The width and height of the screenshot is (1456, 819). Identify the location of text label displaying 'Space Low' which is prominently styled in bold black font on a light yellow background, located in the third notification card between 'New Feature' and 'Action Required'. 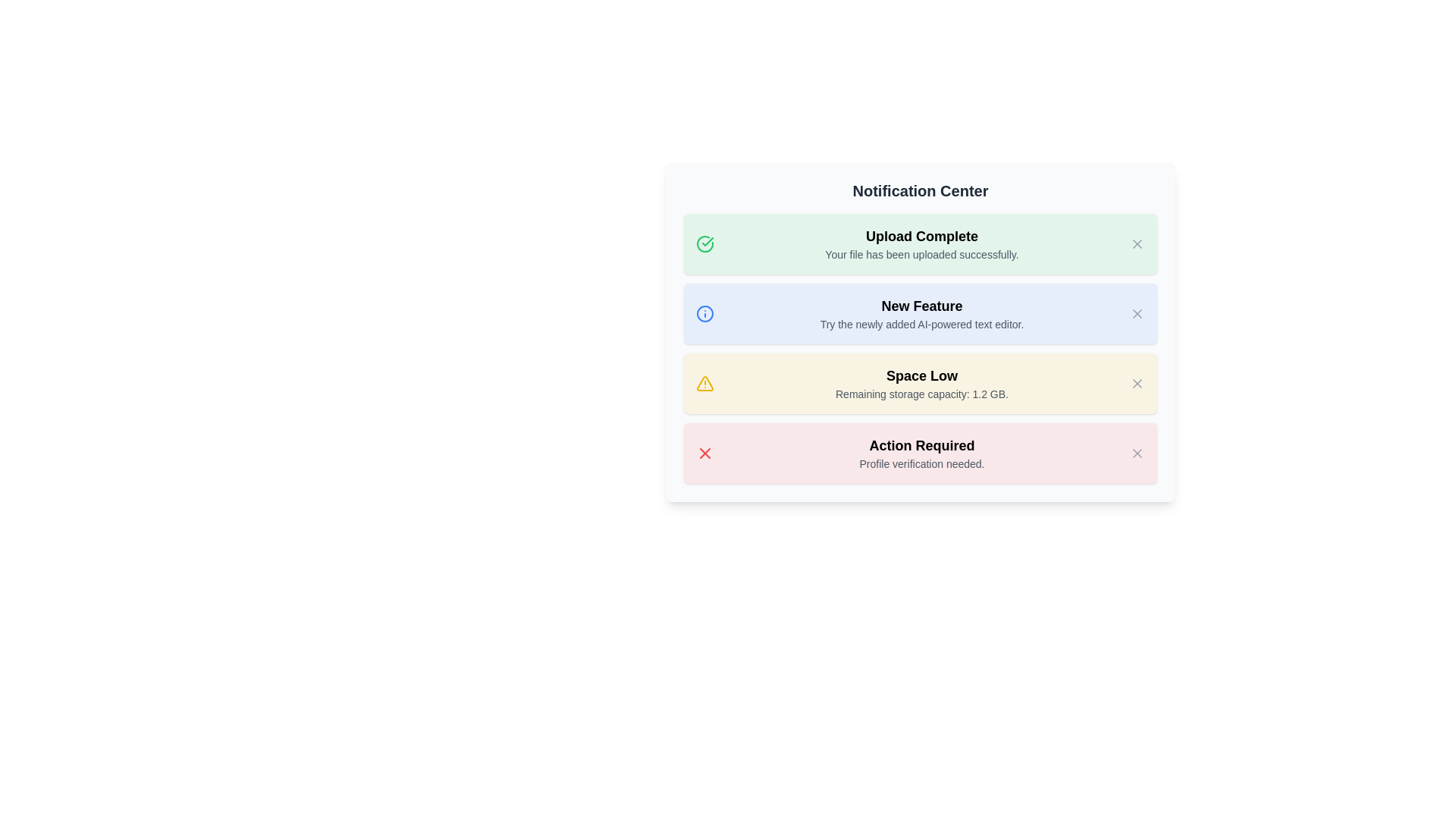
(921, 375).